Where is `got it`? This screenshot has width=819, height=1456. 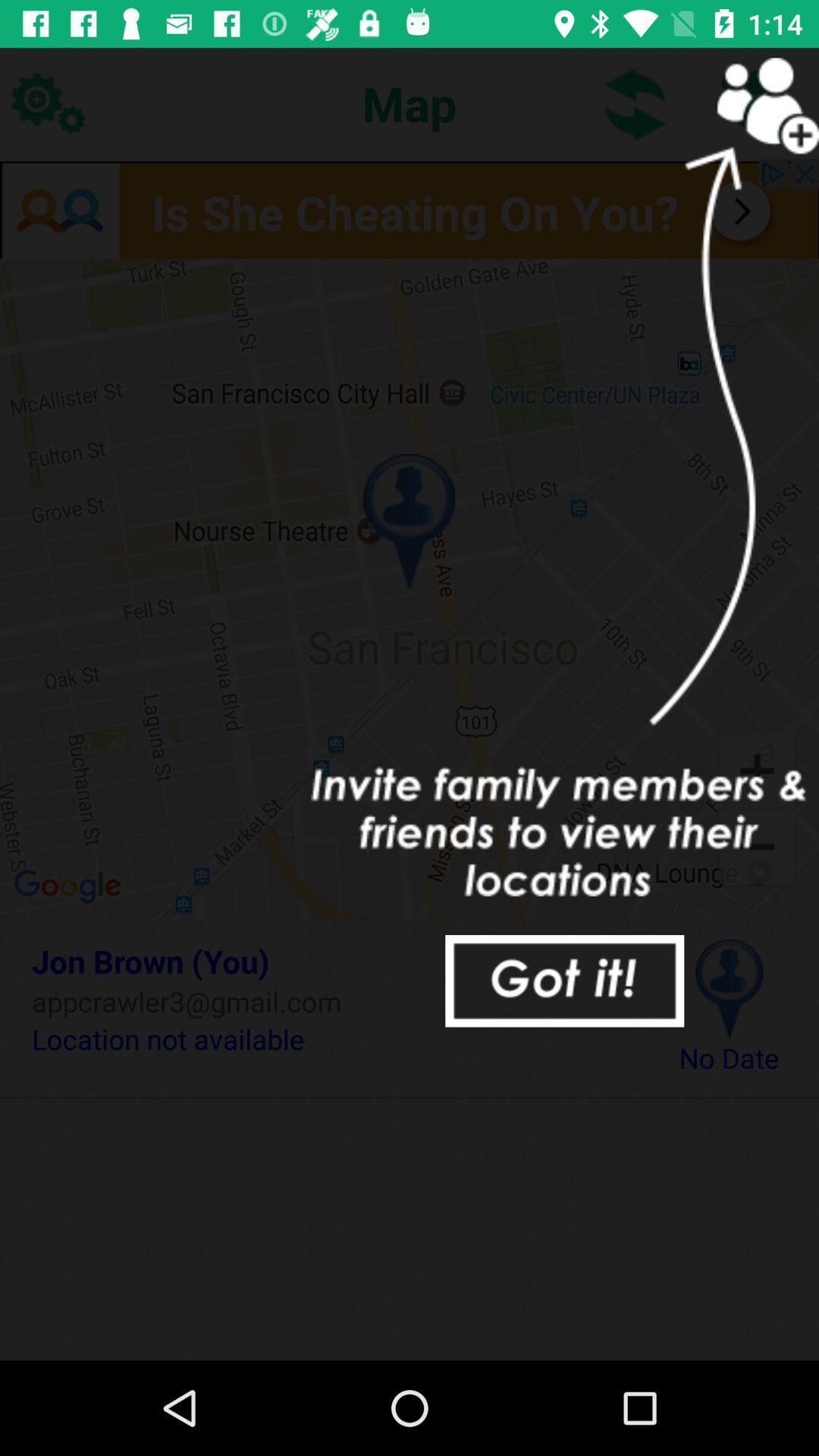 got it is located at coordinates (564, 981).